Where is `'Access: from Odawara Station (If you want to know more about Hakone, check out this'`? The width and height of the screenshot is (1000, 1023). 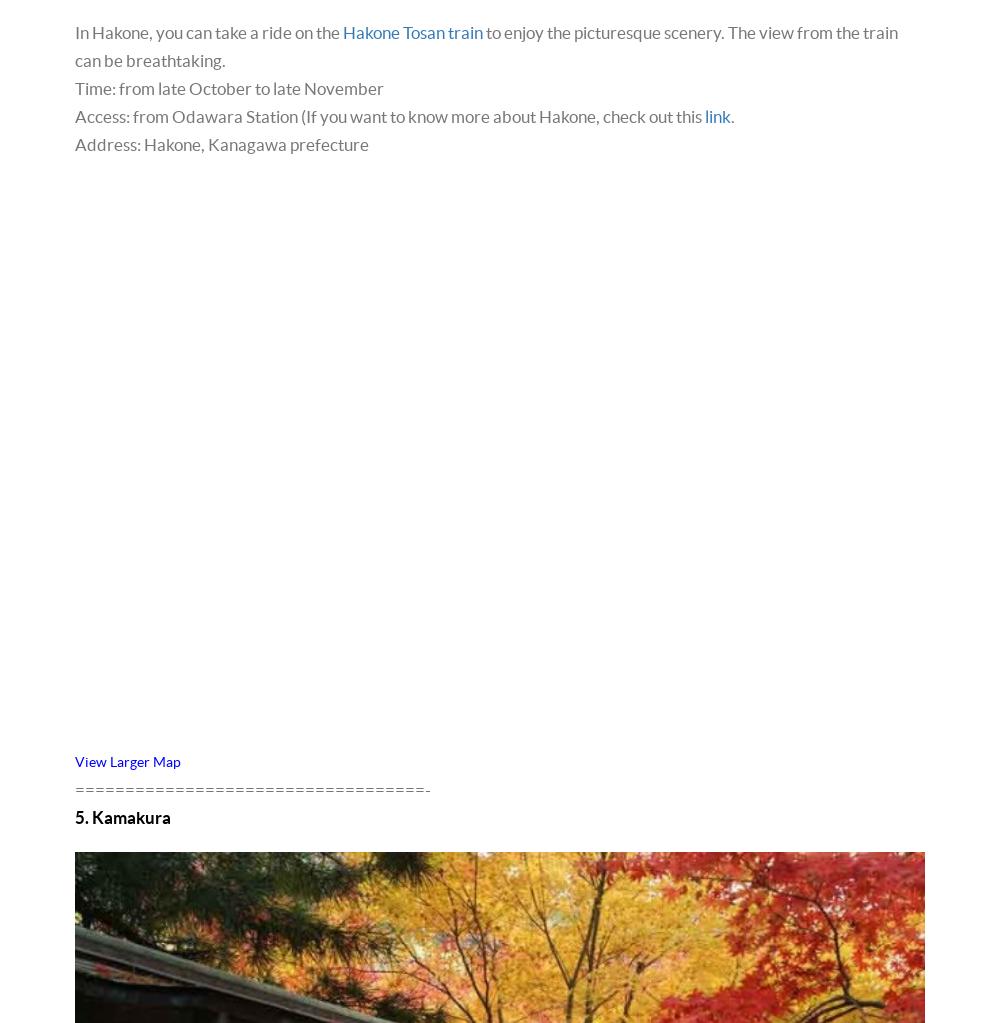
'Access: from Odawara Station (If you want to know more about Hakone, check out this' is located at coordinates (390, 115).